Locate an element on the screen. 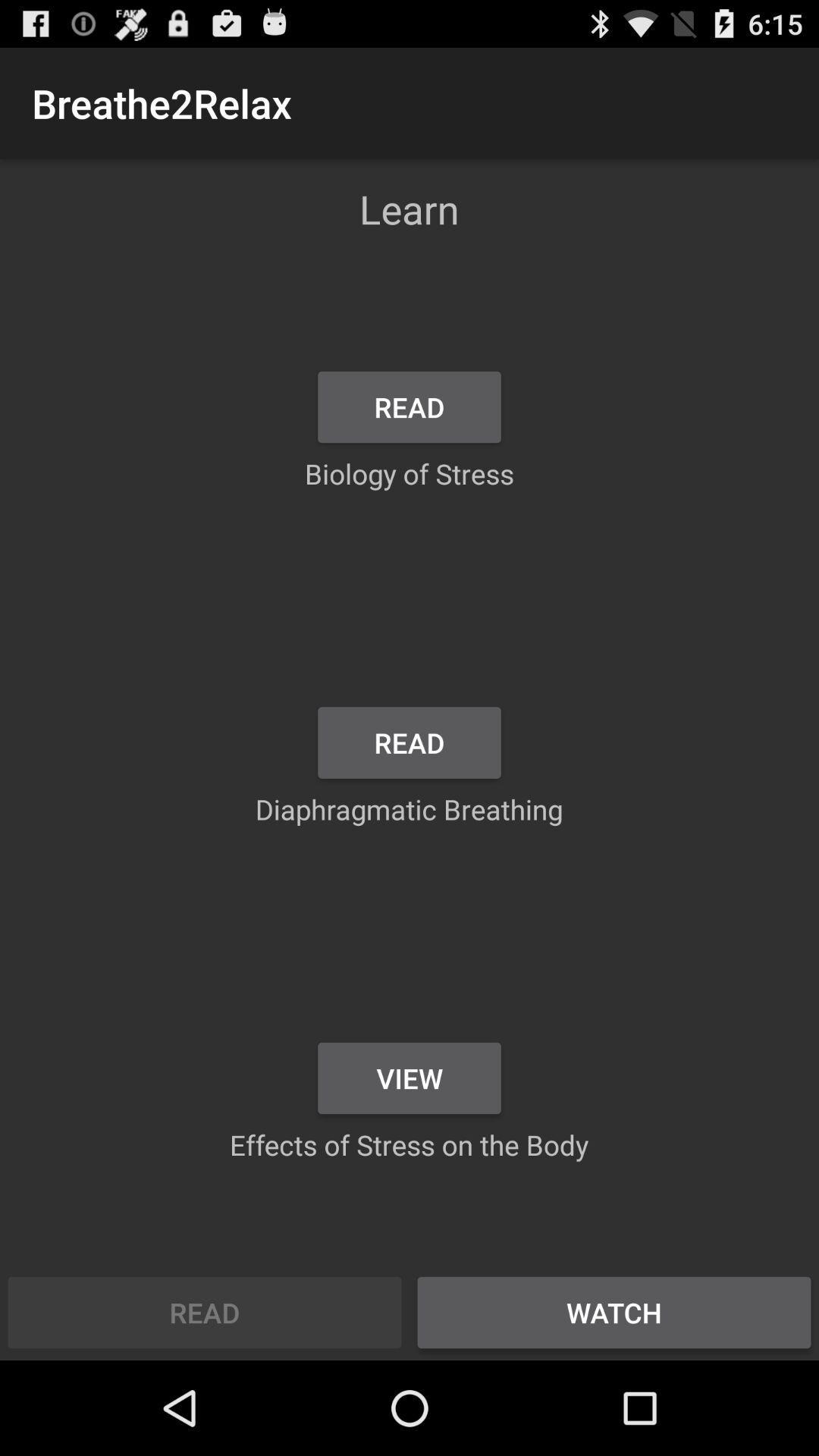  item above effects of stress item is located at coordinates (409, 1077).